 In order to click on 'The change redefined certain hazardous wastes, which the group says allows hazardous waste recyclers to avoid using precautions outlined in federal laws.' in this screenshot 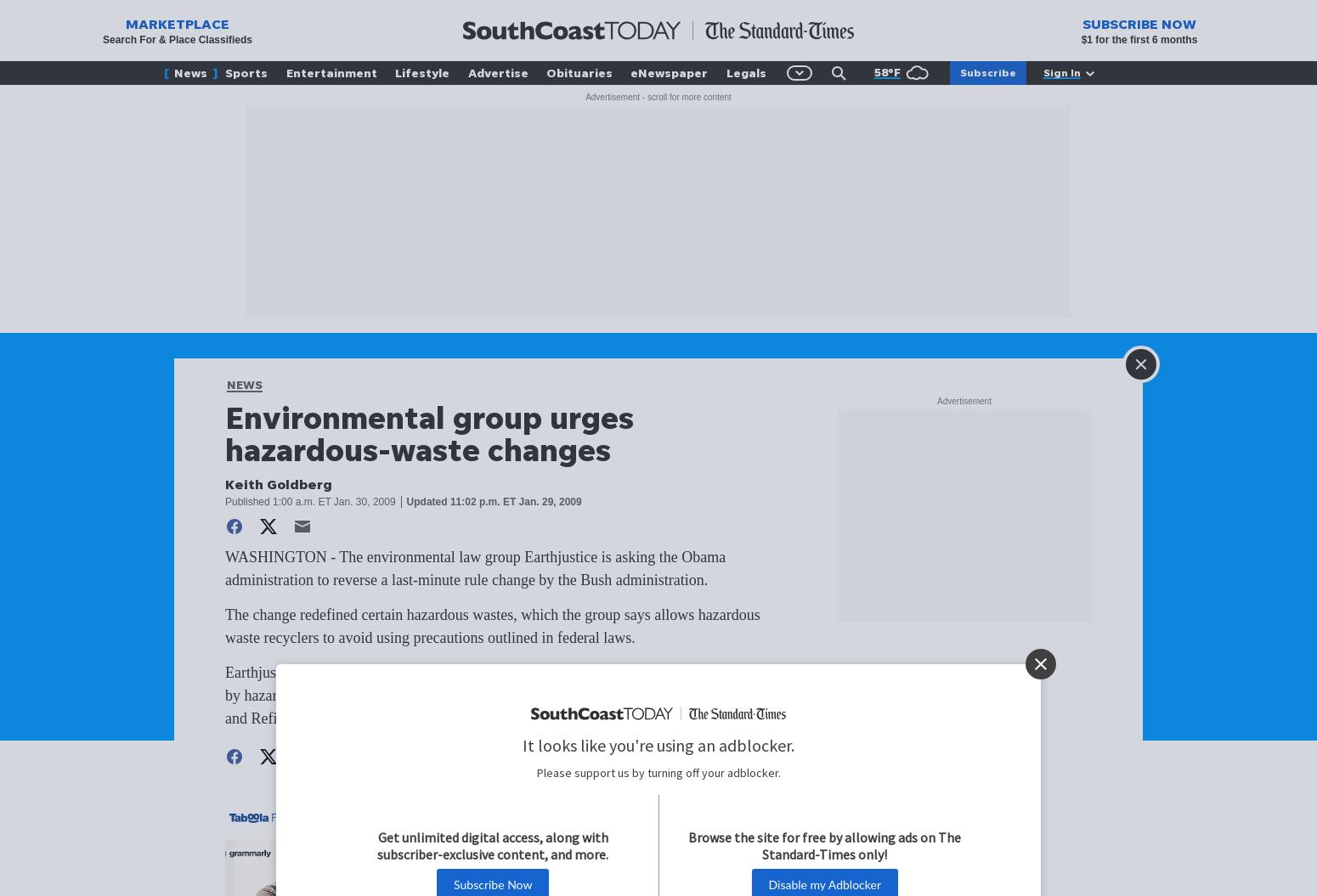, I will do `click(492, 626)`.